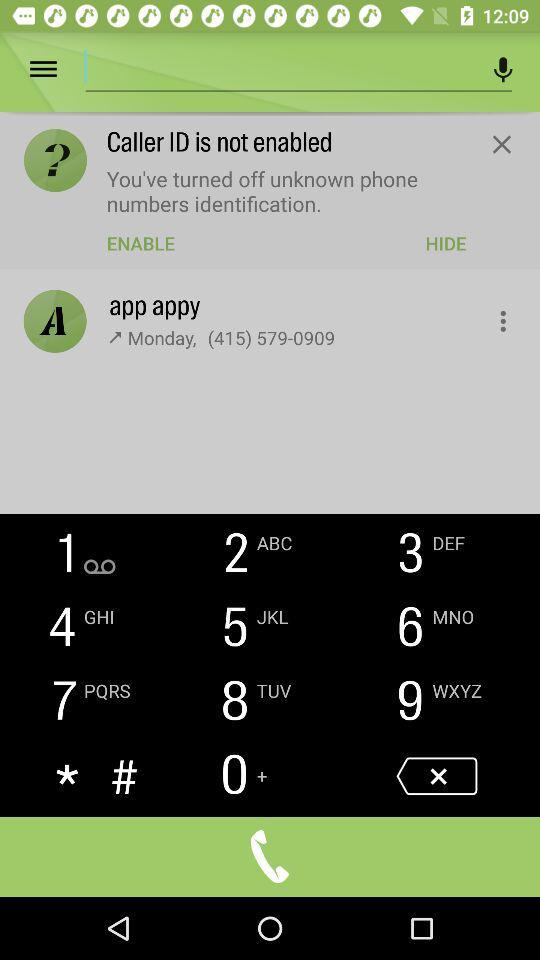  I want to click on phone call, so click(270, 855).